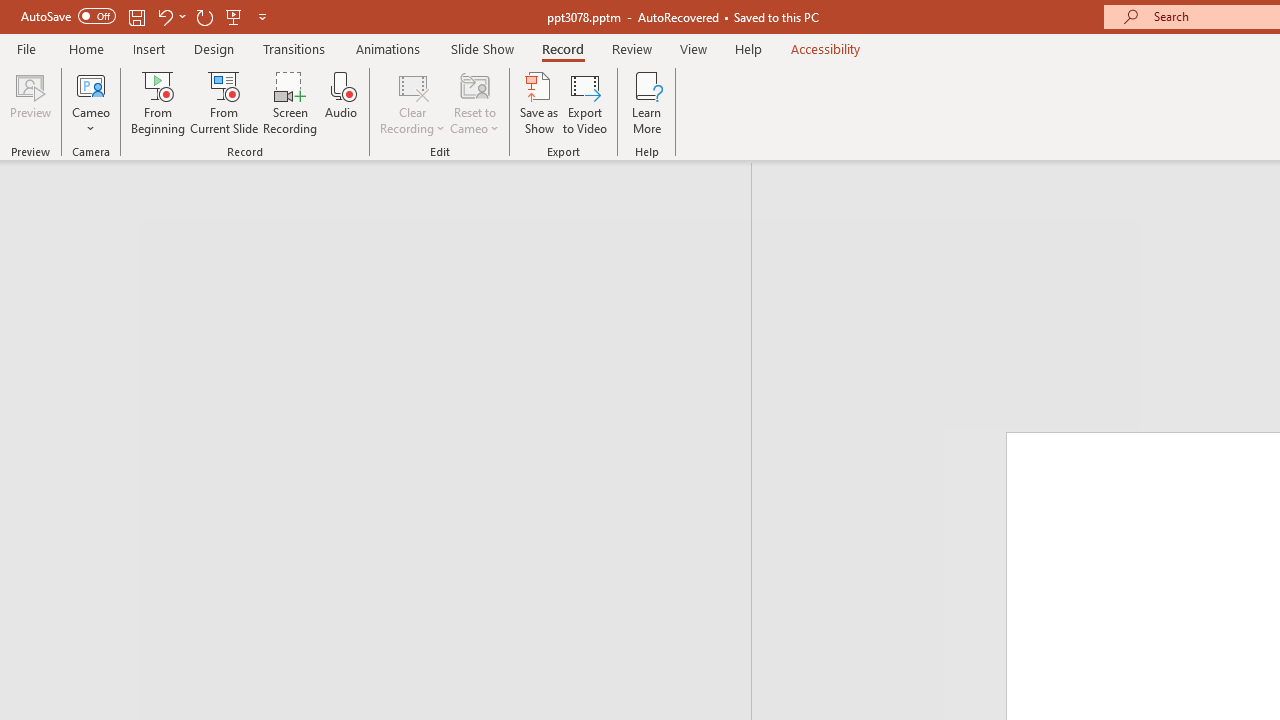 This screenshot has width=1280, height=720. I want to click on 'Screen Recording', so click(289, 103).